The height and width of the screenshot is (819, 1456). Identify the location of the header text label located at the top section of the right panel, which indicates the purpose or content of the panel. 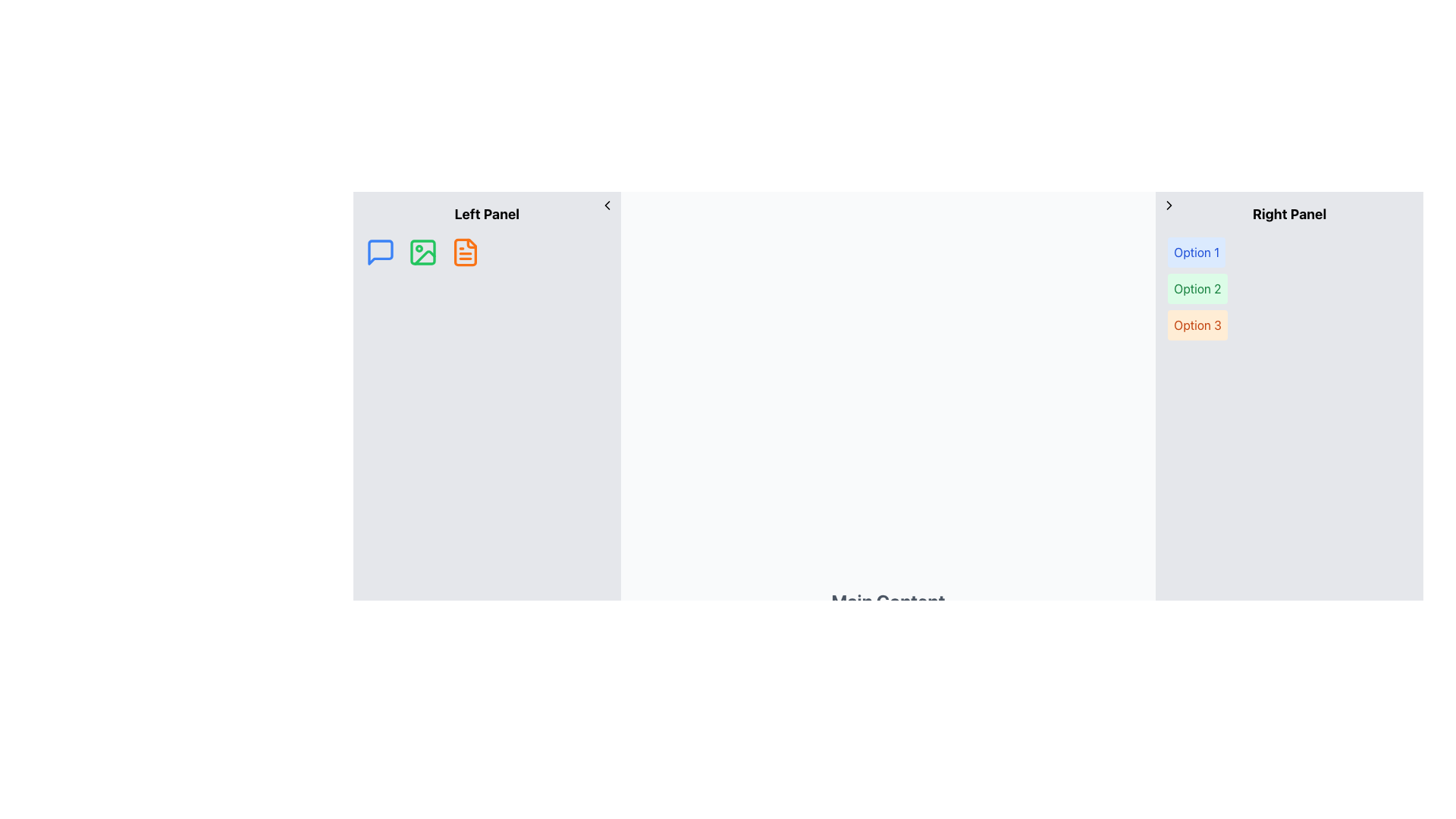
(1288, 214).